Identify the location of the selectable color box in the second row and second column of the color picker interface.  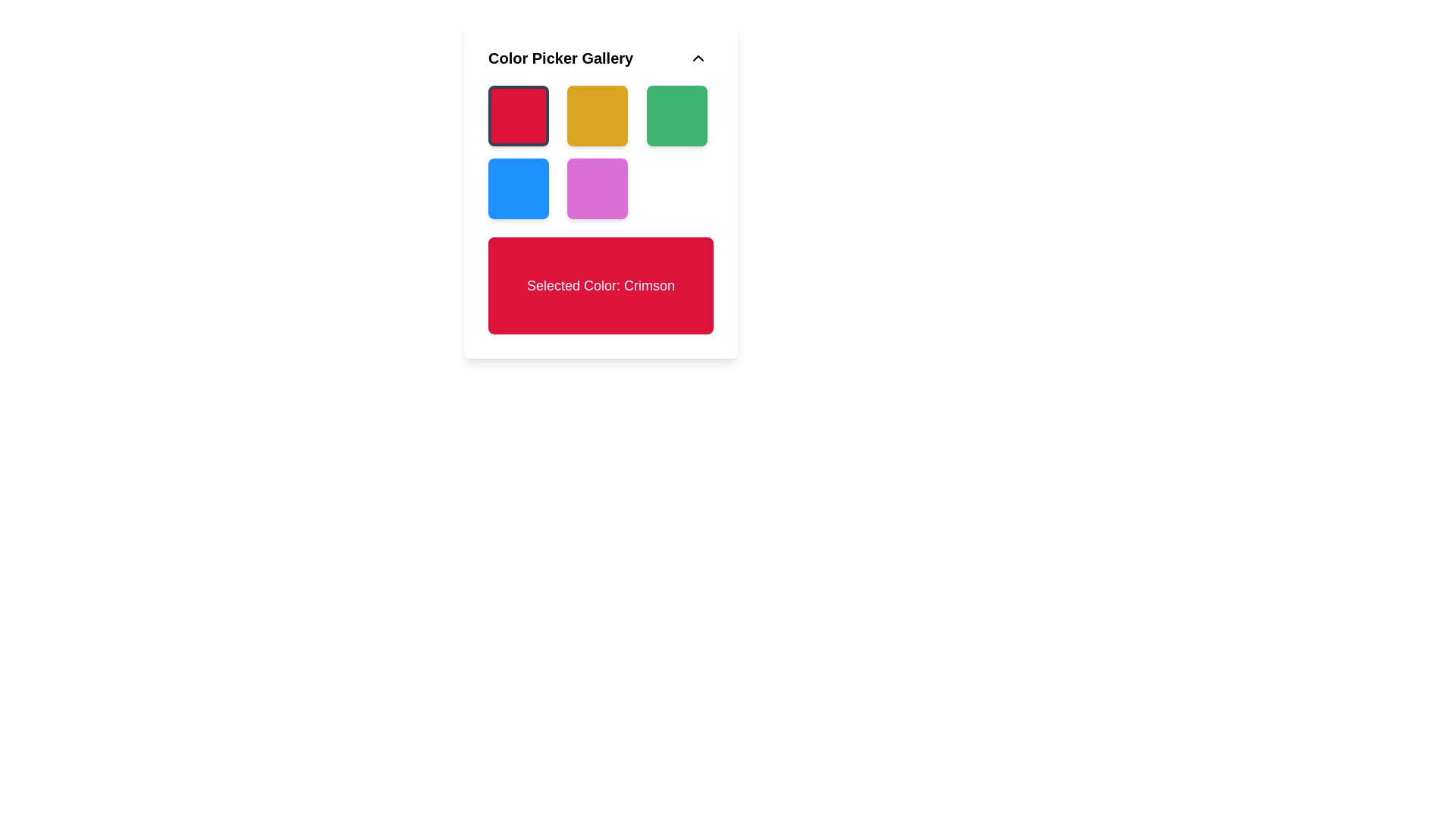
(600, 188).